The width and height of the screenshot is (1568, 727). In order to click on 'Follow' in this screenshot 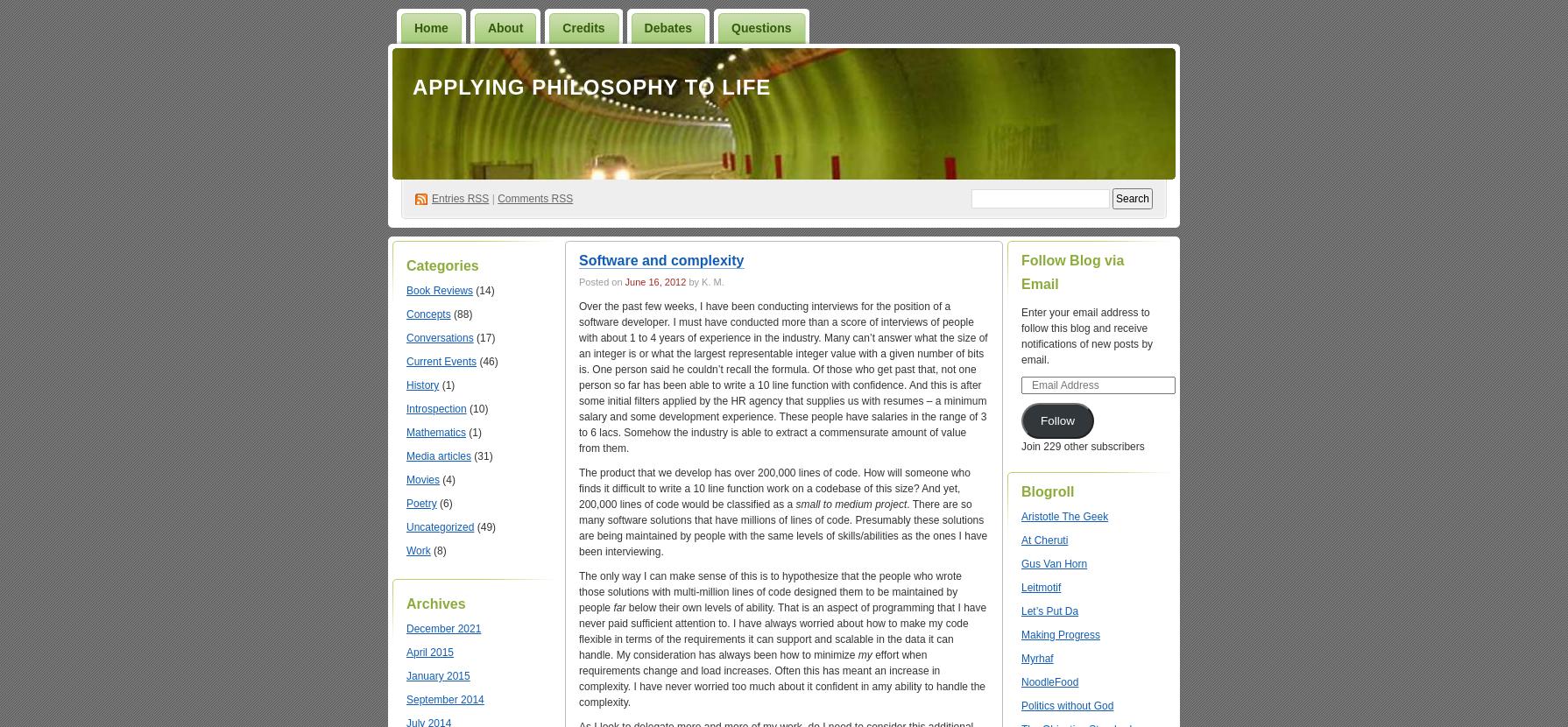, I will do `click(1056, 420)`.